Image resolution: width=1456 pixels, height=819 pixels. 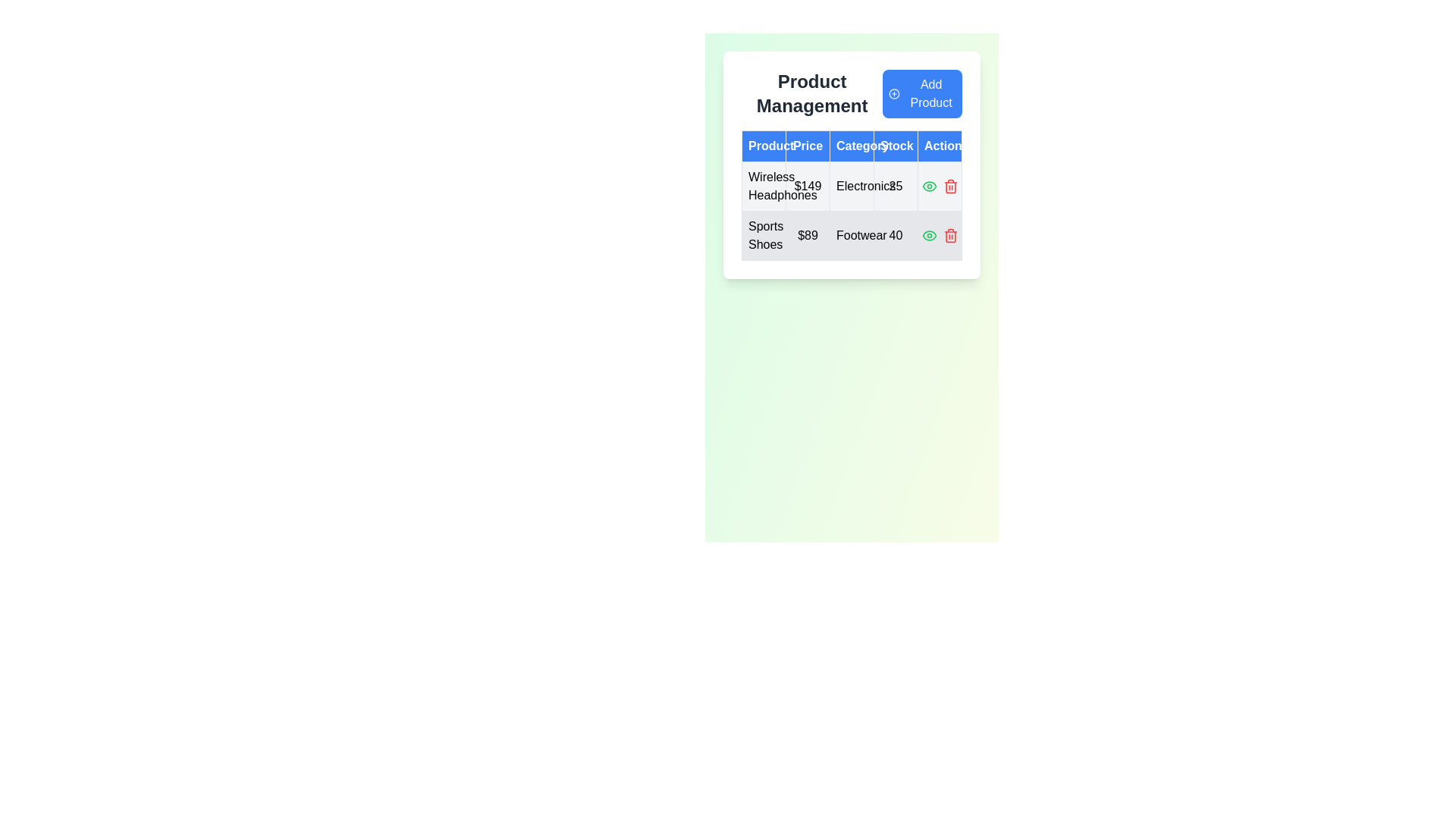 What do you see at coordinates (939, 186) in the screenshot?
I see `the trash bin icon in the interactive control group located in the first row of the product management table` at bounding box center [939, 186].